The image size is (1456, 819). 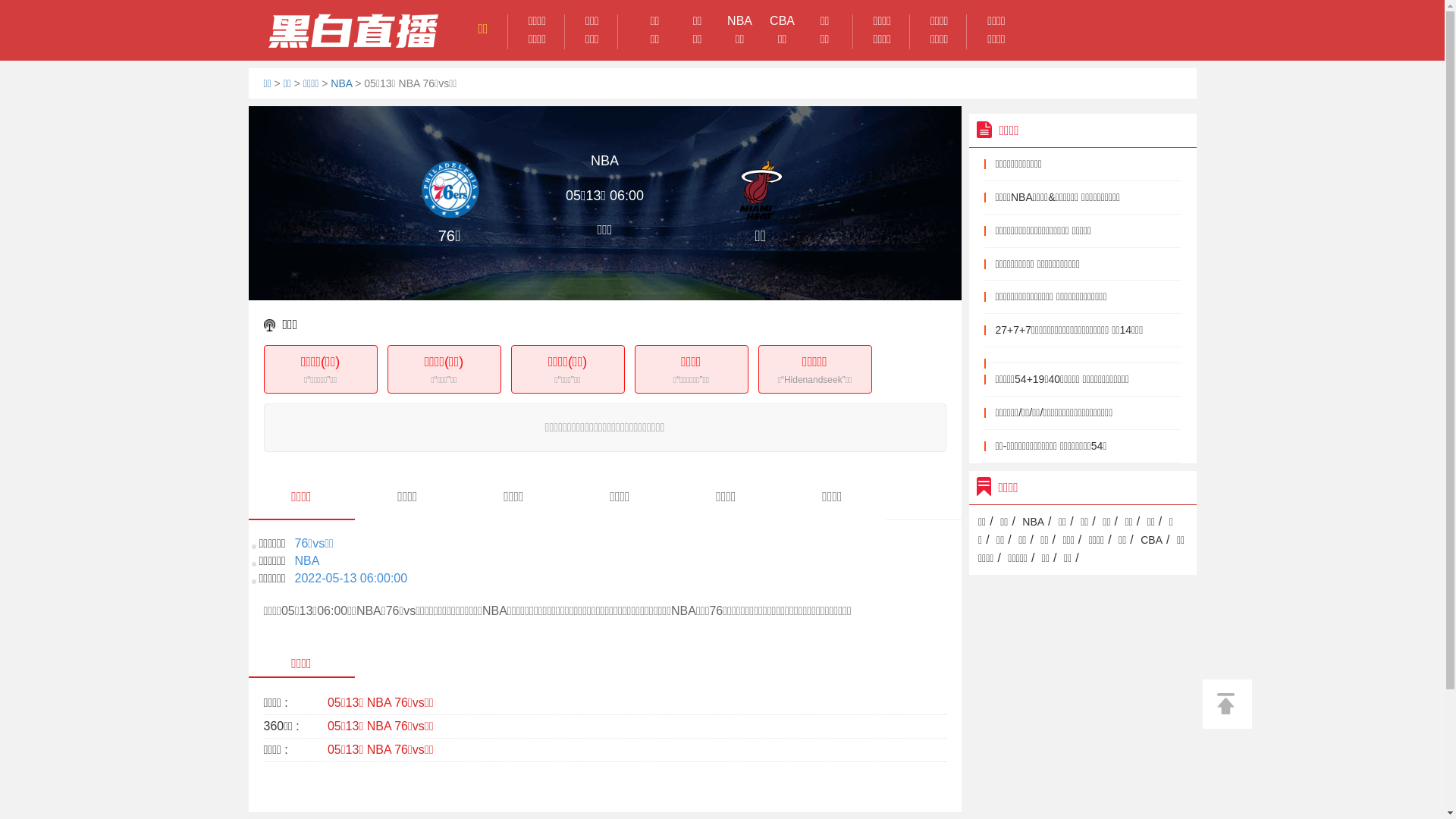 I want to click on 'NBA', so click(x=340, y=83).